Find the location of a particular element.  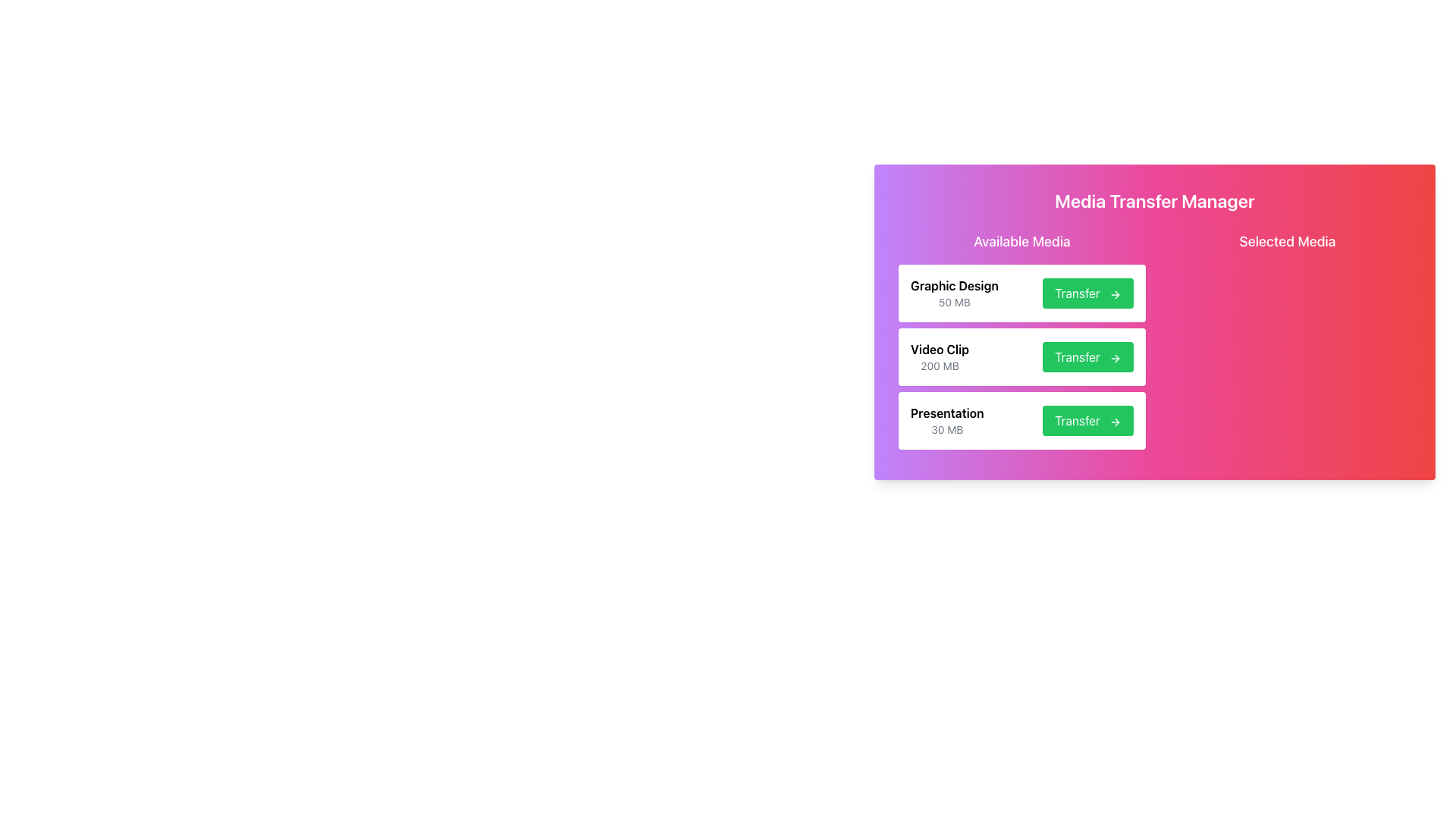

the Text Display element that shows the text 'Presentation' in bold font, located in the third row of the 'Available Media' section within the Media Transfer Manager interface is located at coordinates (946, 421).